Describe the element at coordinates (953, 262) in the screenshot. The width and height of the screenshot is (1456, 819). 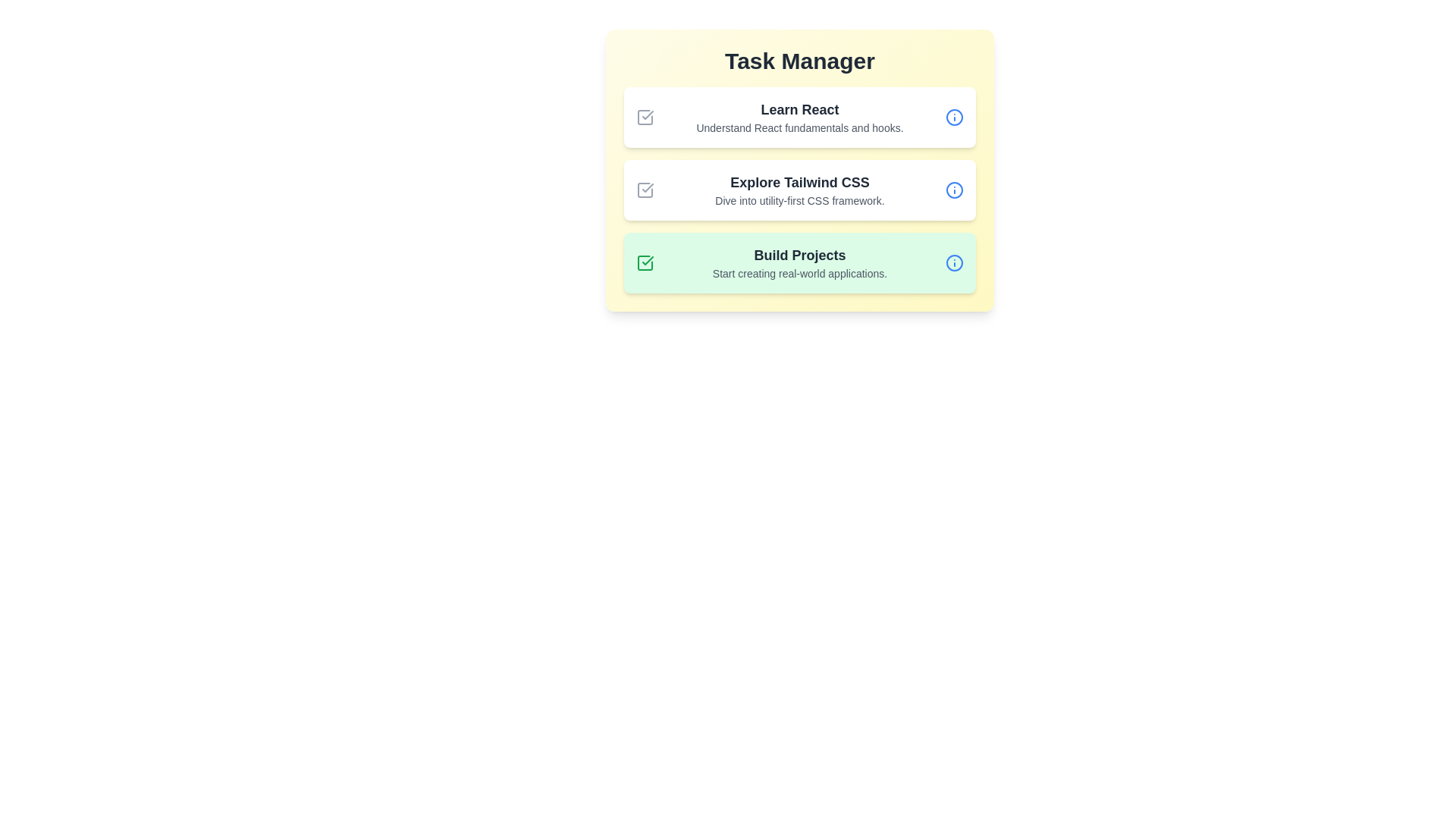
I see `the info icon for the task titled 'Build Projects'` at that location.